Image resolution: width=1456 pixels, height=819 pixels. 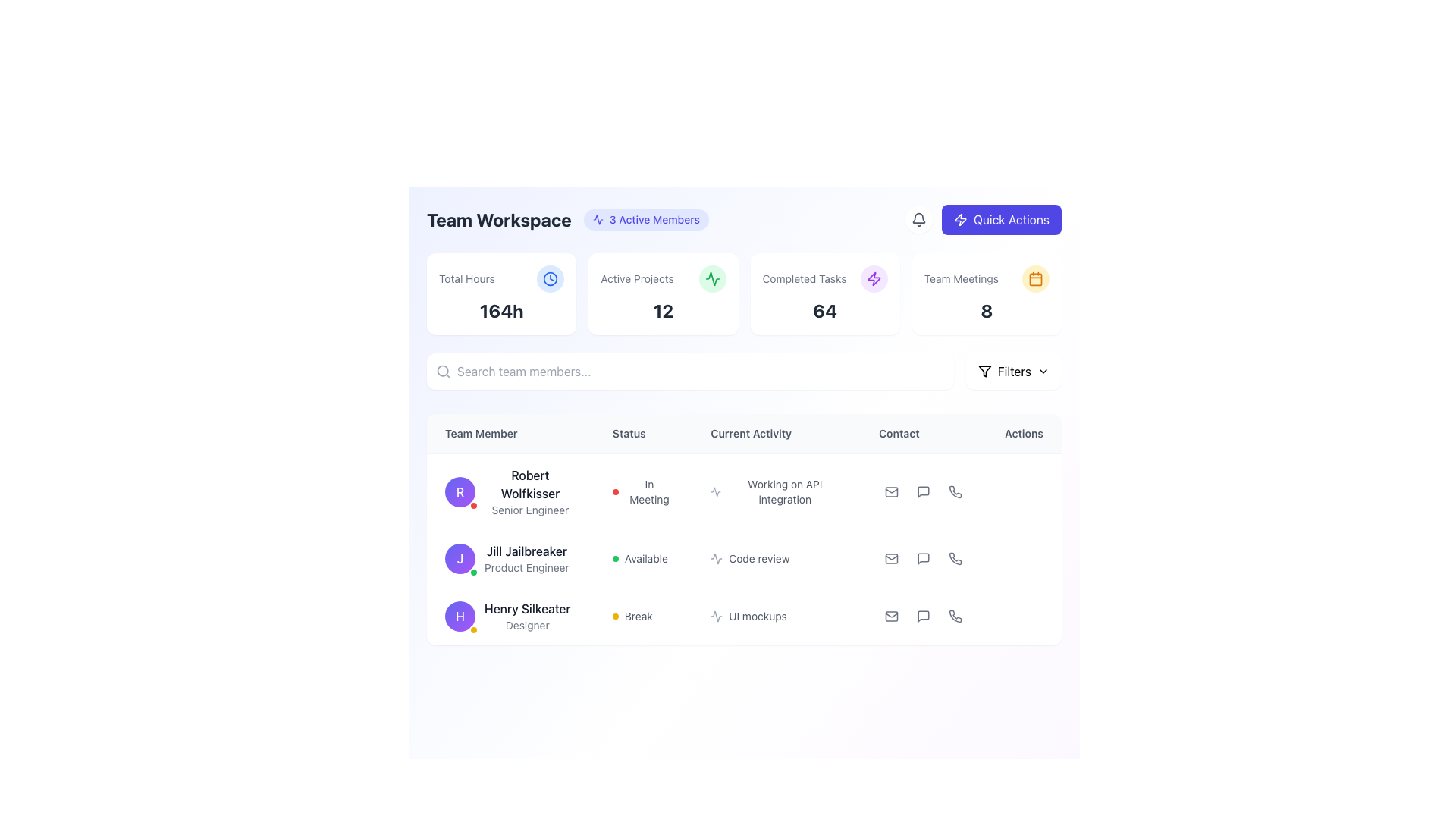 I want to click on the Text Label that provides a descriptor for team meetings, positioned above the main workspace area and to the left of a rounded amber icon with a calendar symbol, so click(x=960, y=278).